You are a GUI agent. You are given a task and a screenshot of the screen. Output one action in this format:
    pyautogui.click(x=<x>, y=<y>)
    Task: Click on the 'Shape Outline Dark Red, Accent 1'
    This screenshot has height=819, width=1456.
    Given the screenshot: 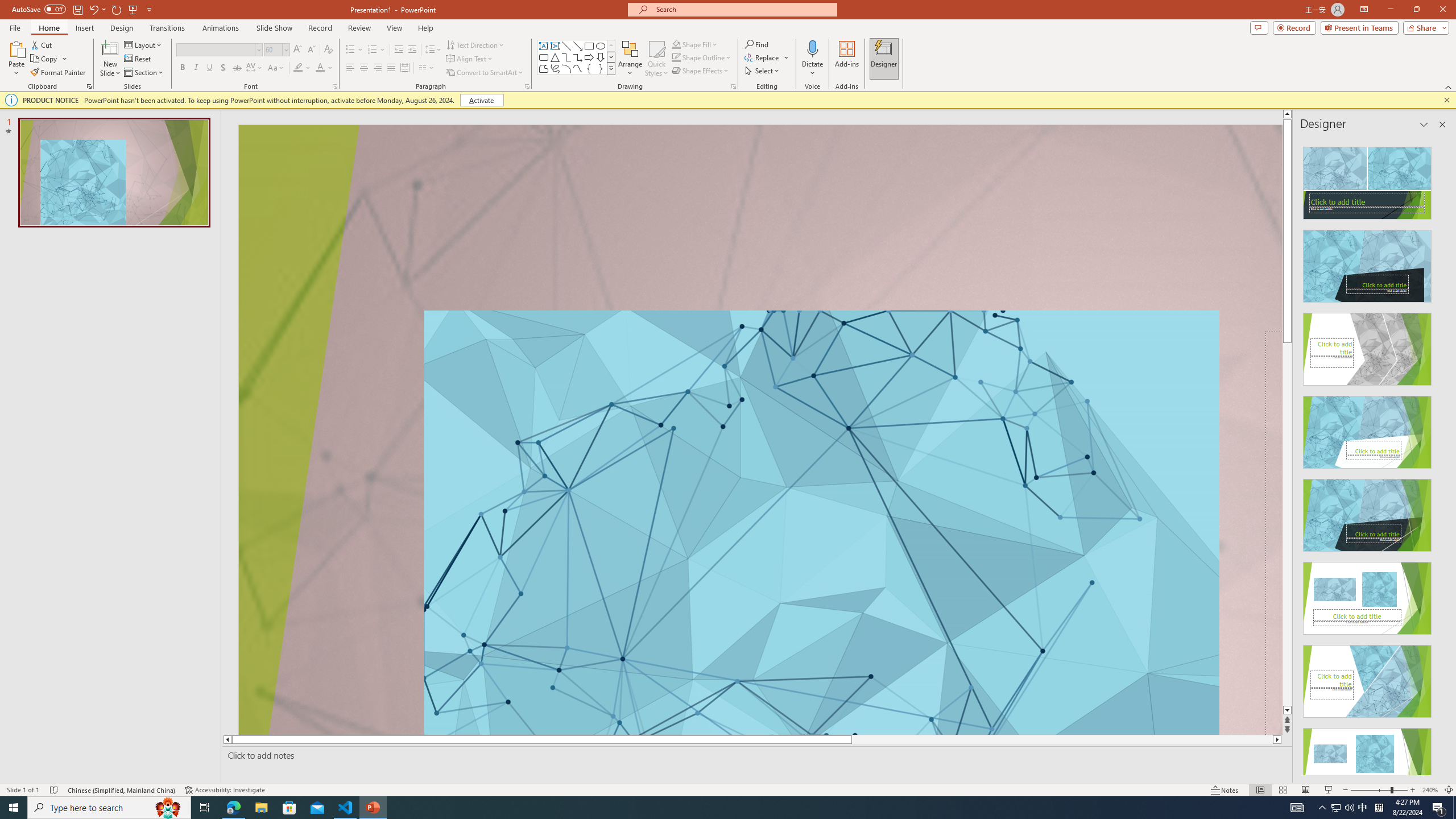 What is the action you would take?
    pyautogui.click(x=676, y=56)
    